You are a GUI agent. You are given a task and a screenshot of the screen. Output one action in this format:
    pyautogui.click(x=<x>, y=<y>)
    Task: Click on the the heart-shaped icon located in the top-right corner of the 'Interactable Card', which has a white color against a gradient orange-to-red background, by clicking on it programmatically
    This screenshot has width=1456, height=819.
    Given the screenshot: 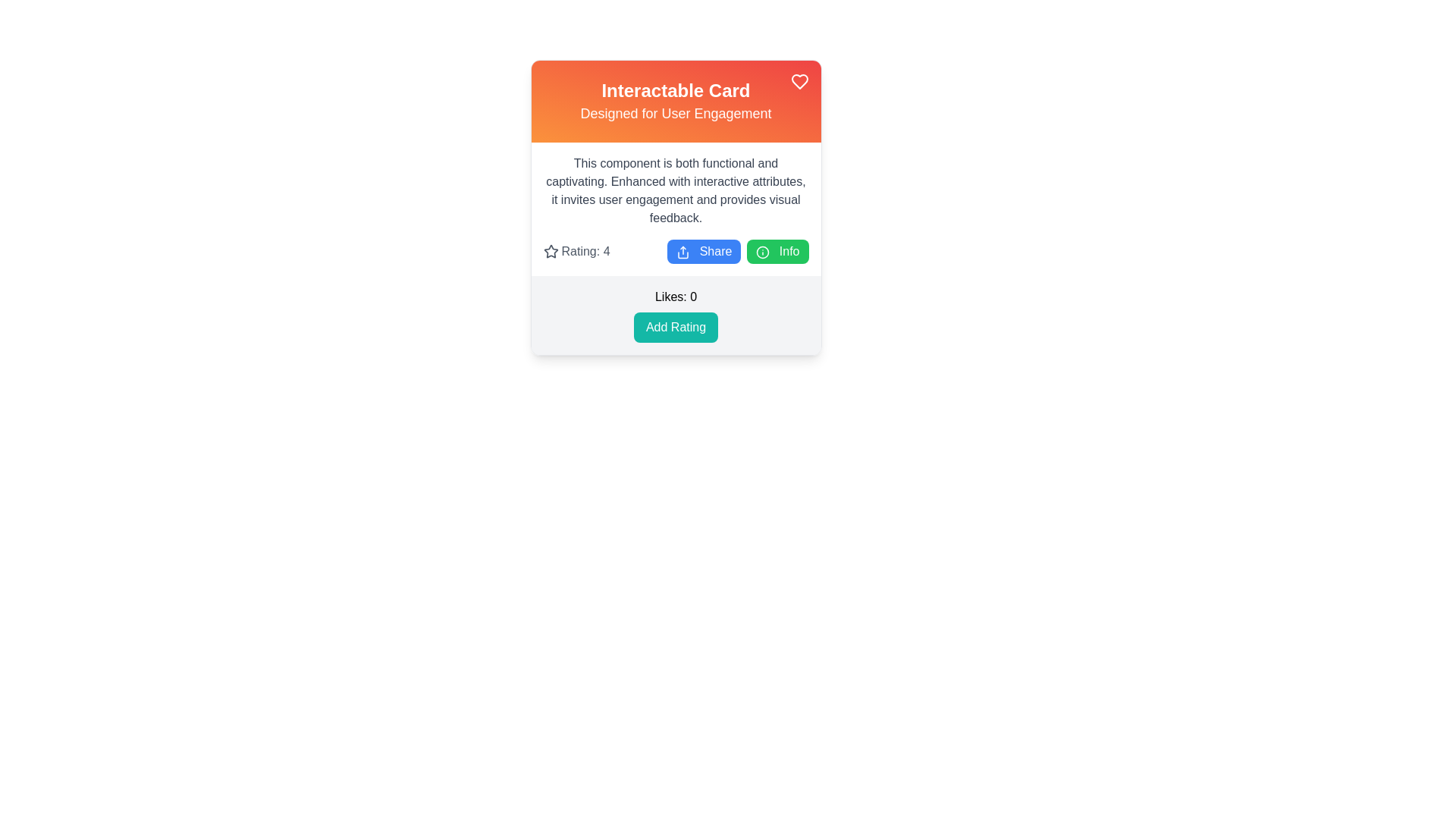 What is the action you would take?
    pyautogui.click(x=799, y=82)
    